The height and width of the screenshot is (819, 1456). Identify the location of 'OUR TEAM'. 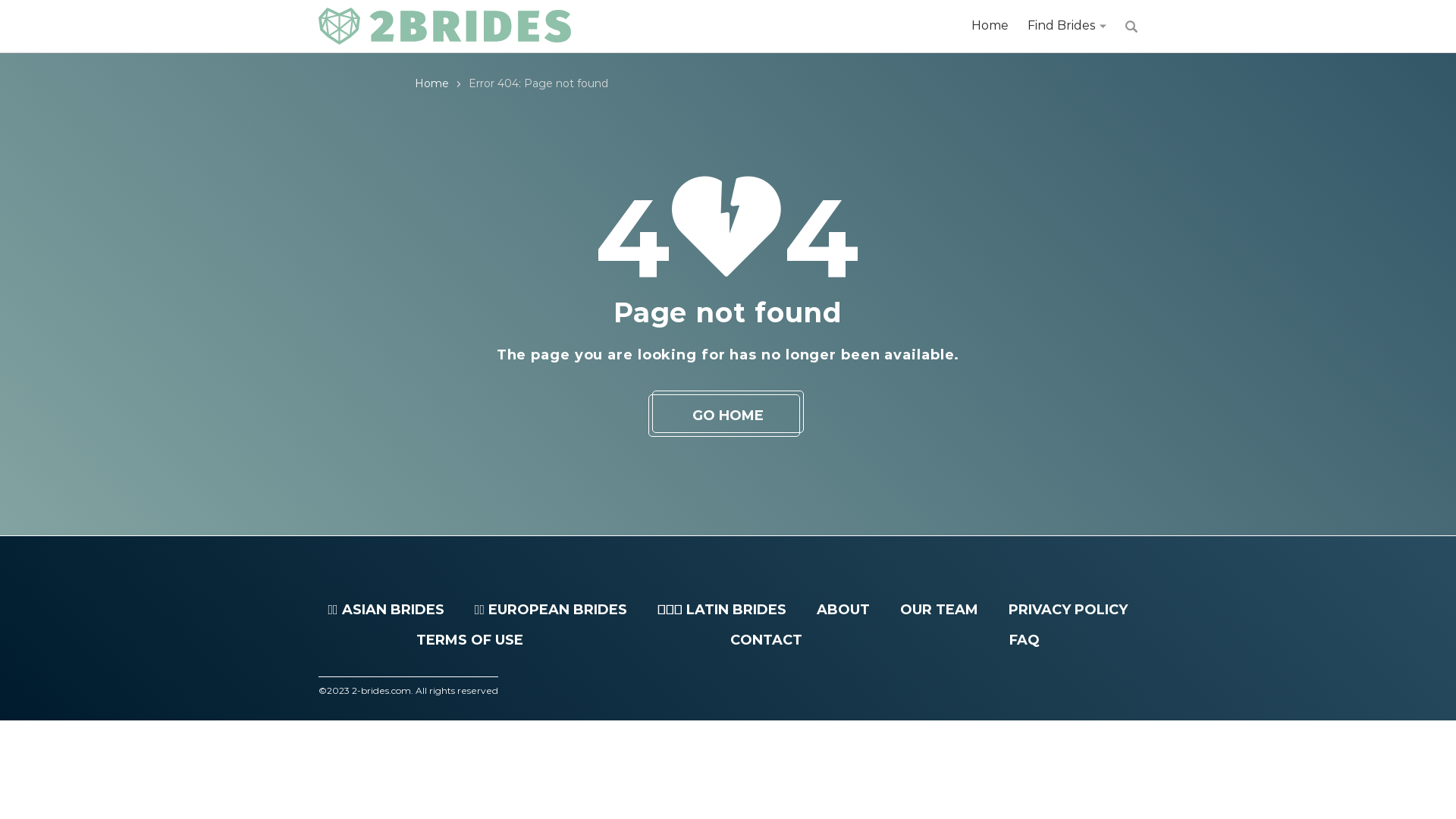
(938, 608).